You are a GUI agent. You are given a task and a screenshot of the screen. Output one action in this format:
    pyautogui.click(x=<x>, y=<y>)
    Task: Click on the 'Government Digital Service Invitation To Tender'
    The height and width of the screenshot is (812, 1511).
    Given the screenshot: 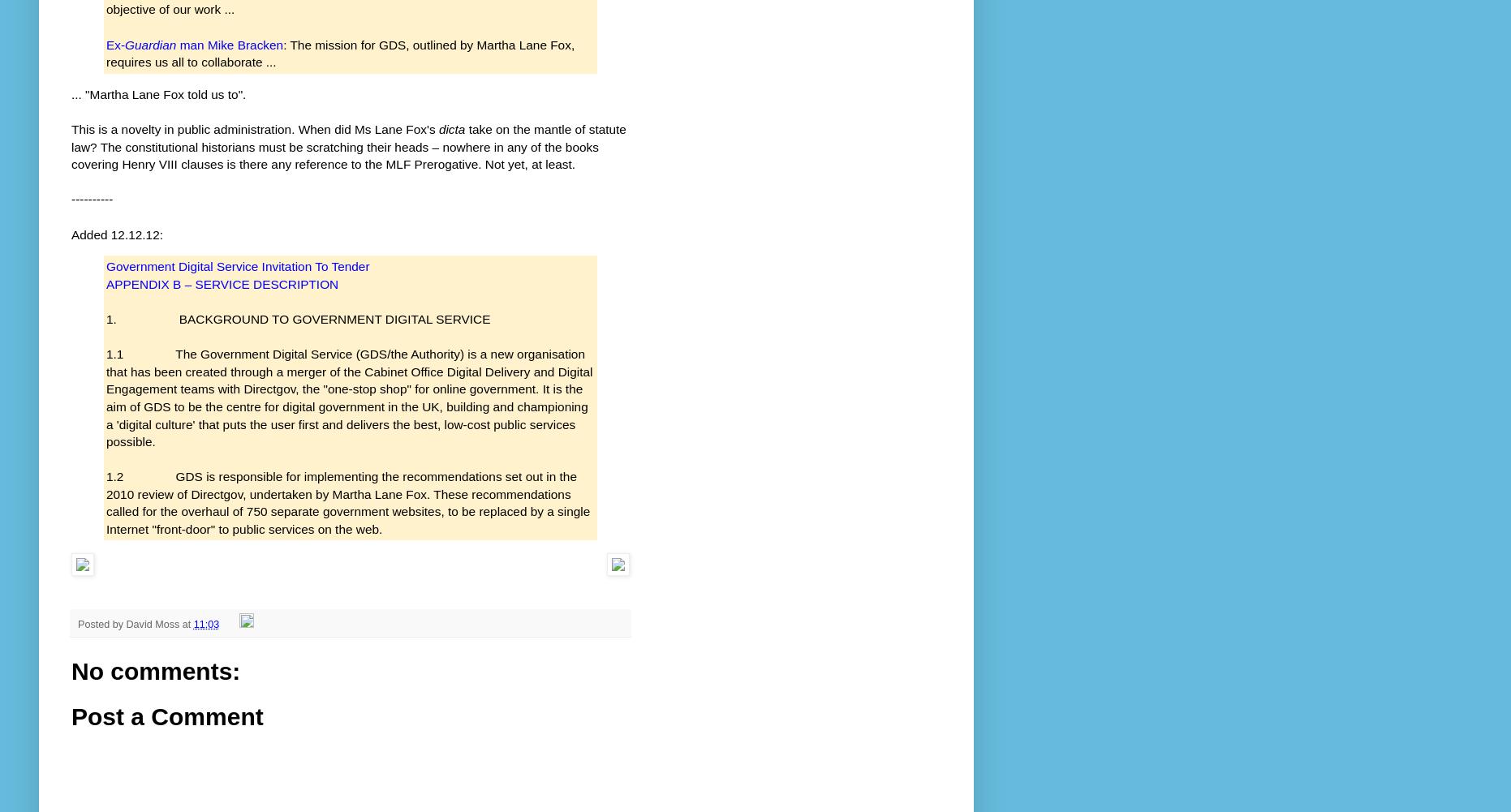 What is the action you would take?
    pyautogui.click(x=237, y=266)
    